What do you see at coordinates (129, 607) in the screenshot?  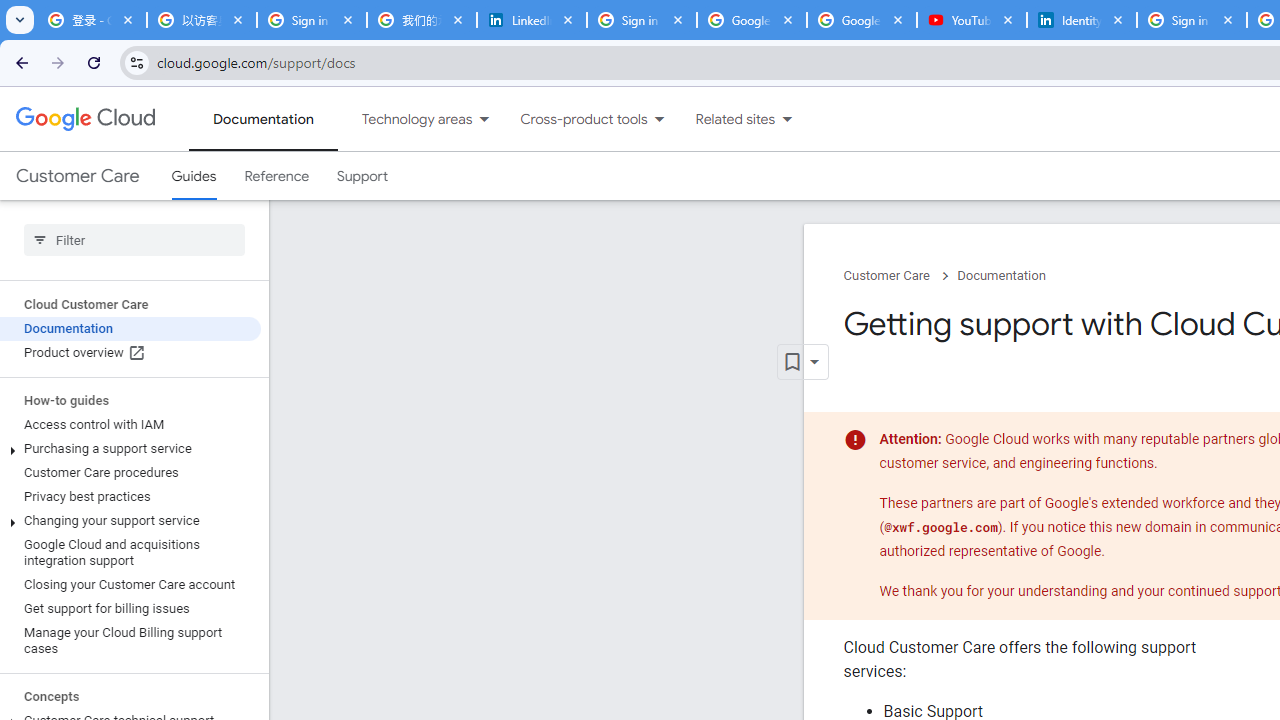 I see `'Get support for billing issues'` at bounding box center [129, 607].